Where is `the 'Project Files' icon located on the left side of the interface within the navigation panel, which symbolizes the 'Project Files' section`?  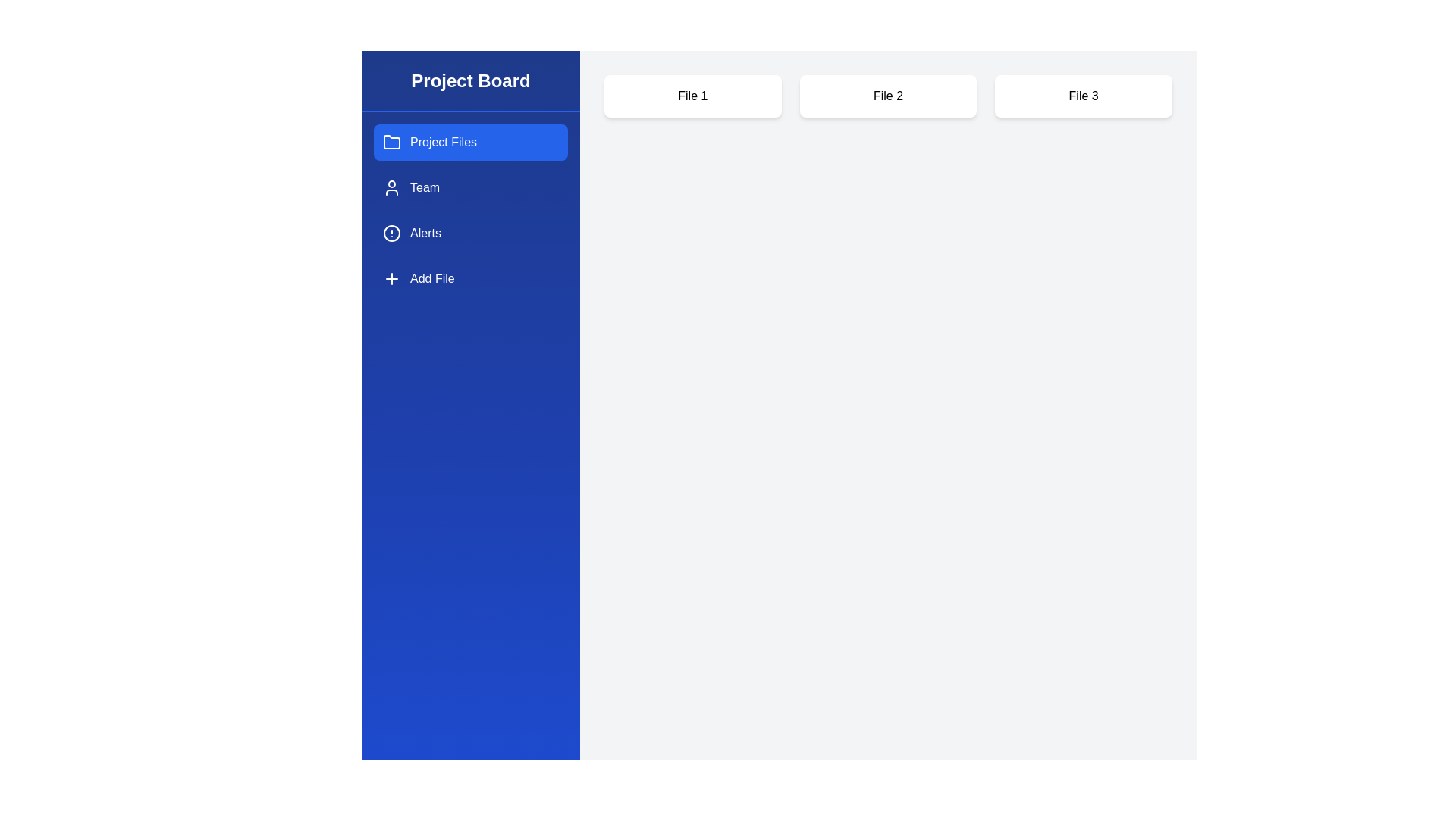 the 'Project Files' icon located on the left side of the interface within the navigation panel, which symbolizes the 'Project Files' section is located at coordinates (392, 142).